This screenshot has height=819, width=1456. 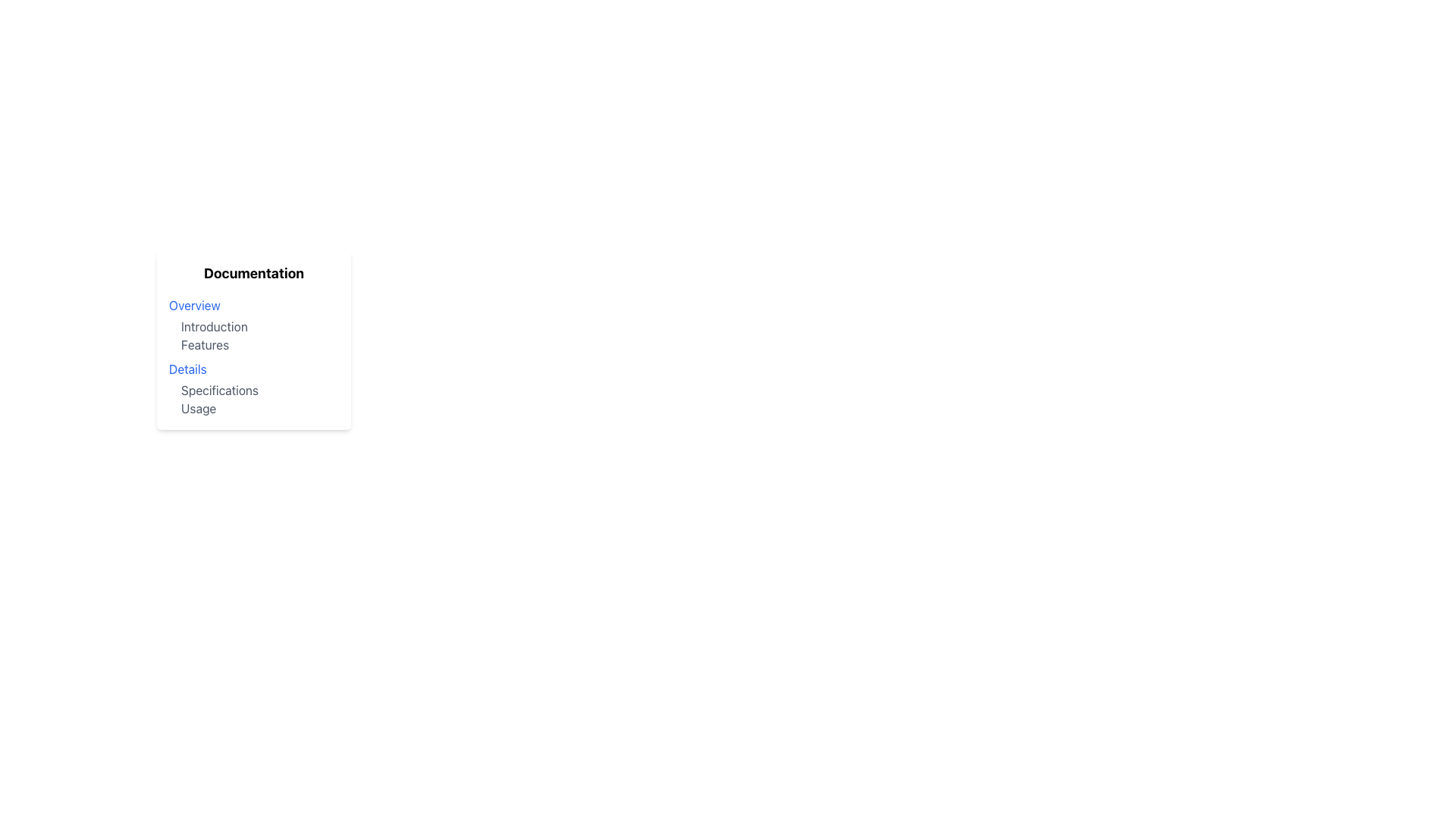 What do you see at coordinates (213, 326) in the screenshot?
I see `the 'Introduction' hyperlink in the vertical navigation menu` at bounding box center [213, 326].